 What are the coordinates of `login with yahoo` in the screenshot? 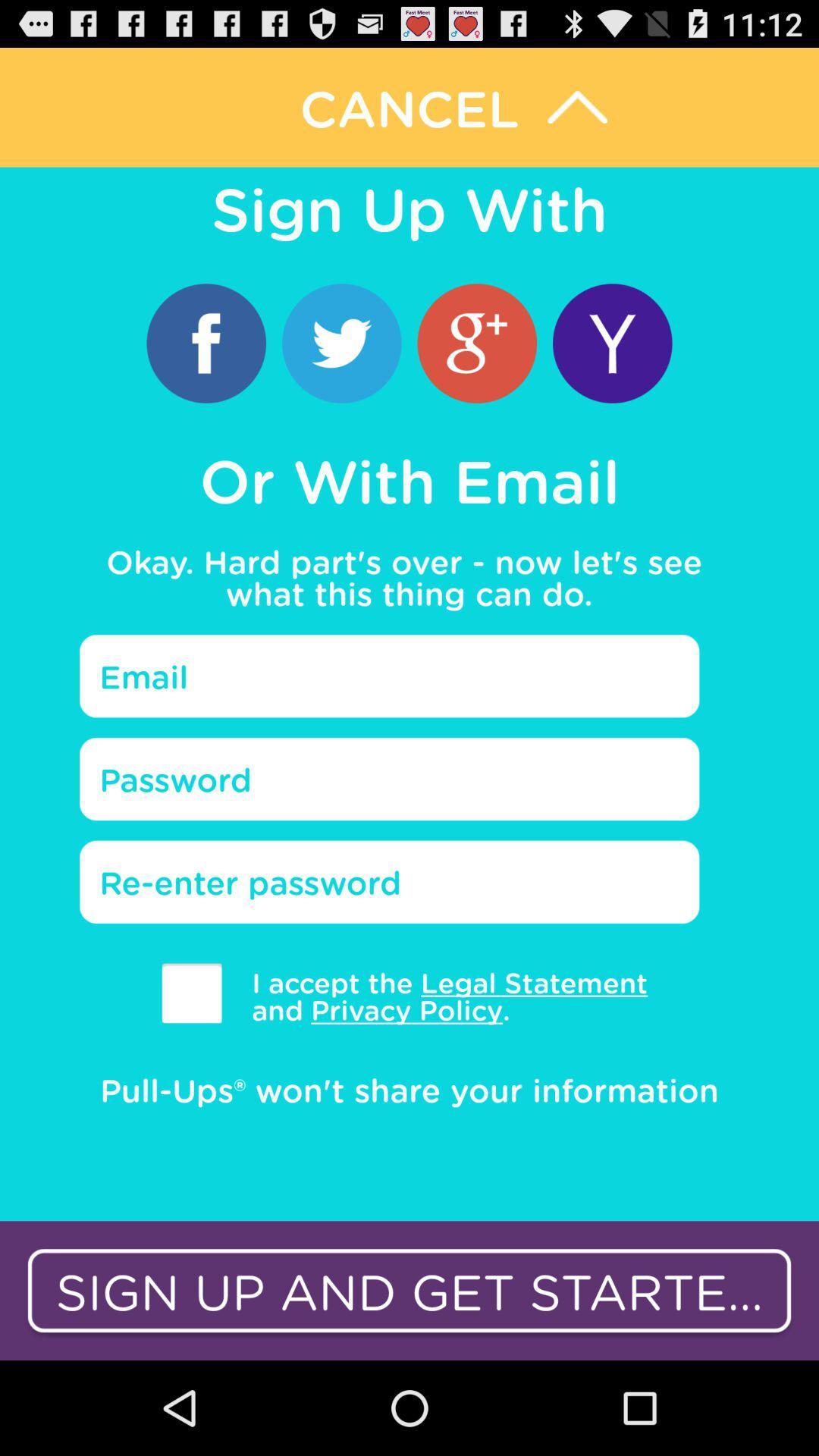 It's located at (611, 342).